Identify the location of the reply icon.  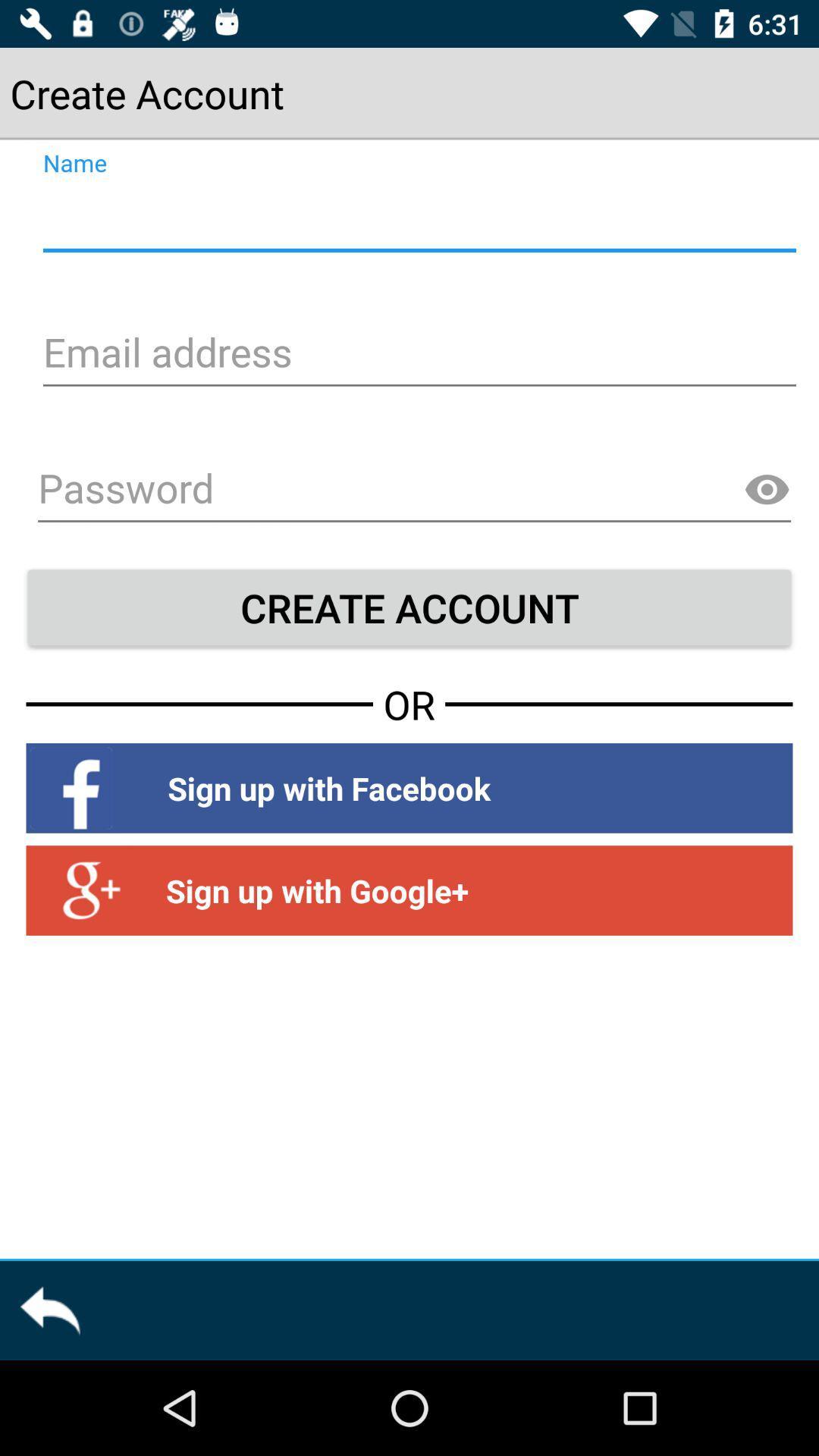
(49, 1310).